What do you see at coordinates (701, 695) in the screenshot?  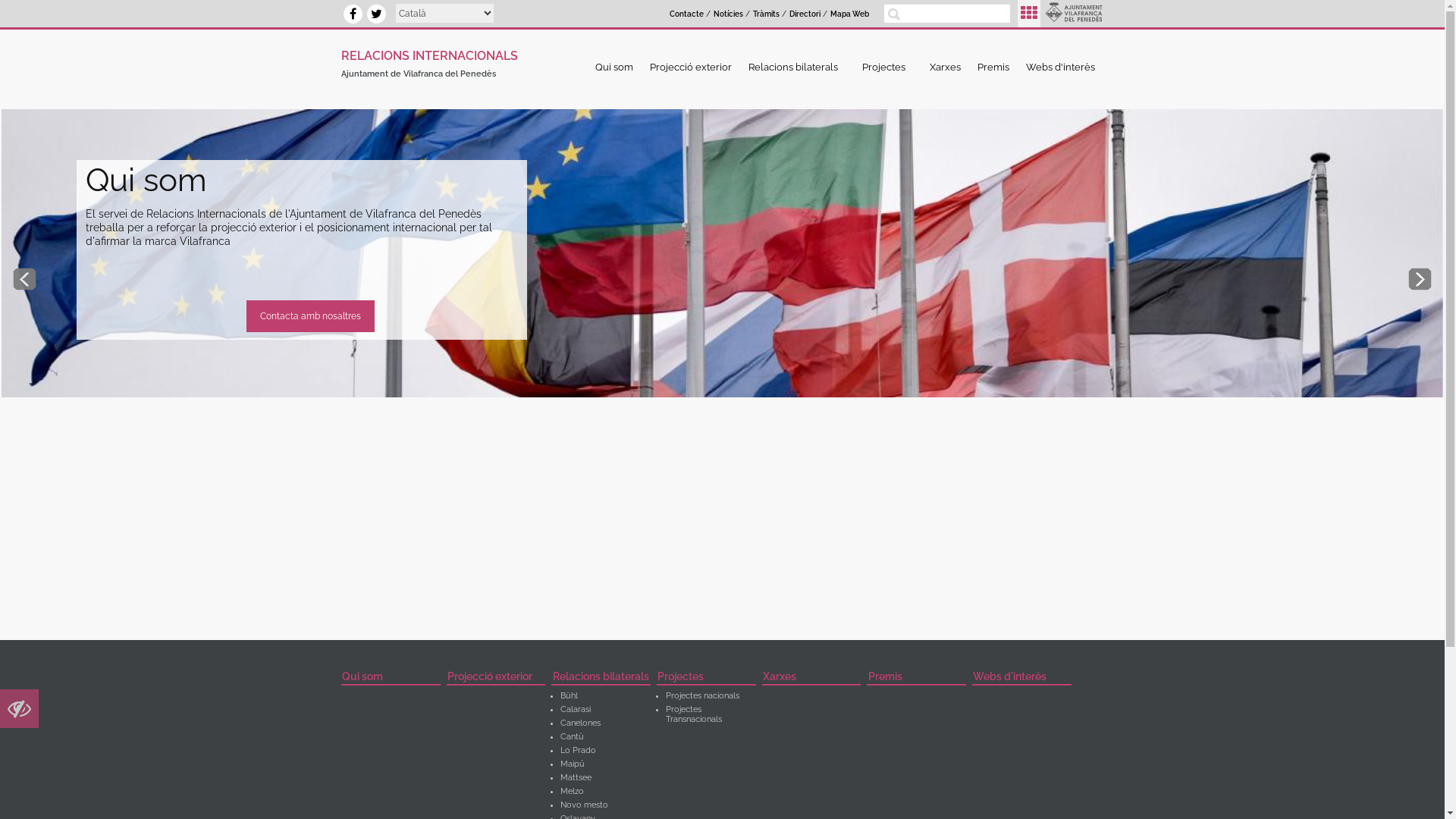 I see `'Projectes nacionals'` at bounding box center [701, 695].